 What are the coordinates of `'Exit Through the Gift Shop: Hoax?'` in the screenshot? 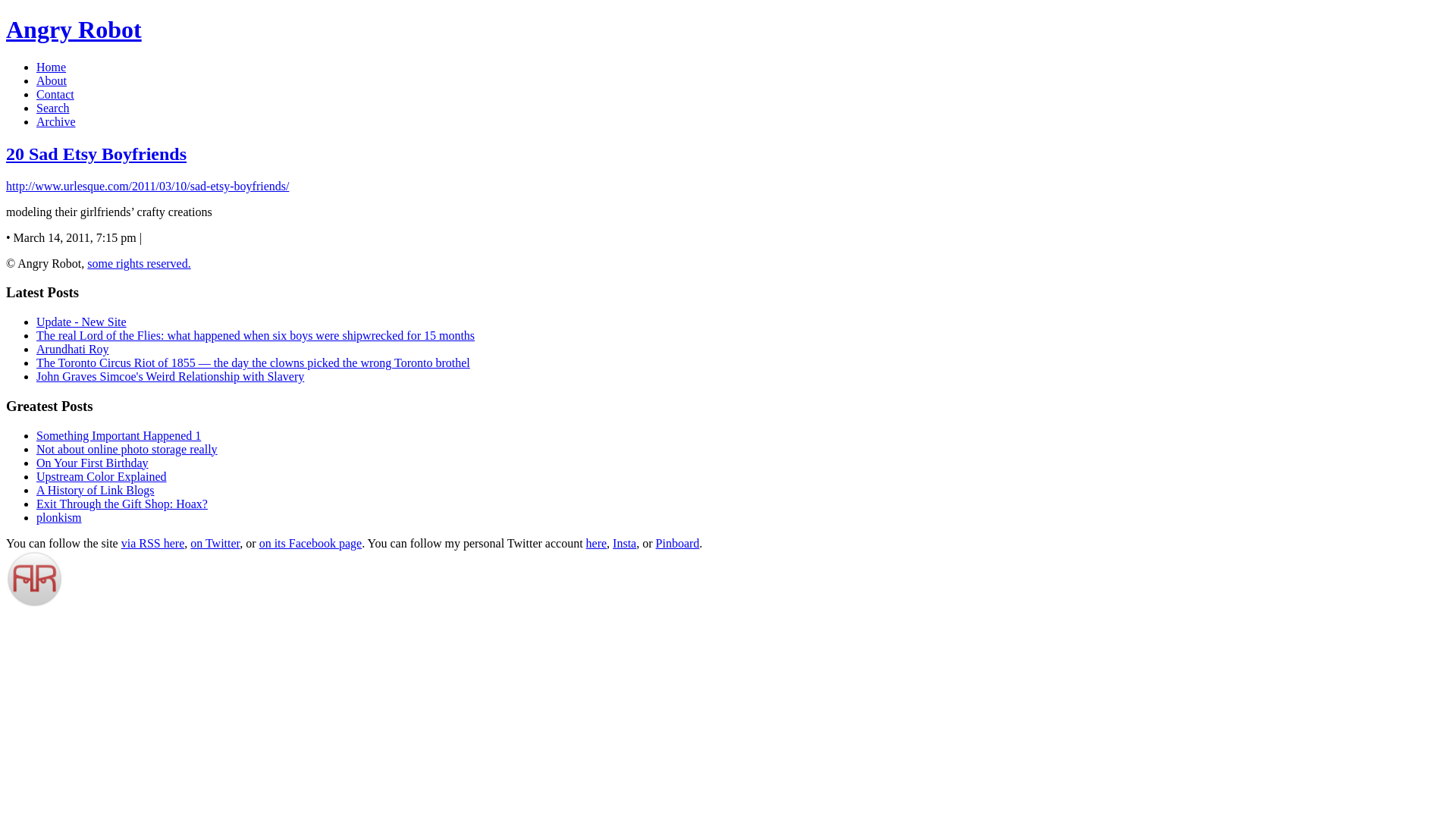 It's located at (122, 504).